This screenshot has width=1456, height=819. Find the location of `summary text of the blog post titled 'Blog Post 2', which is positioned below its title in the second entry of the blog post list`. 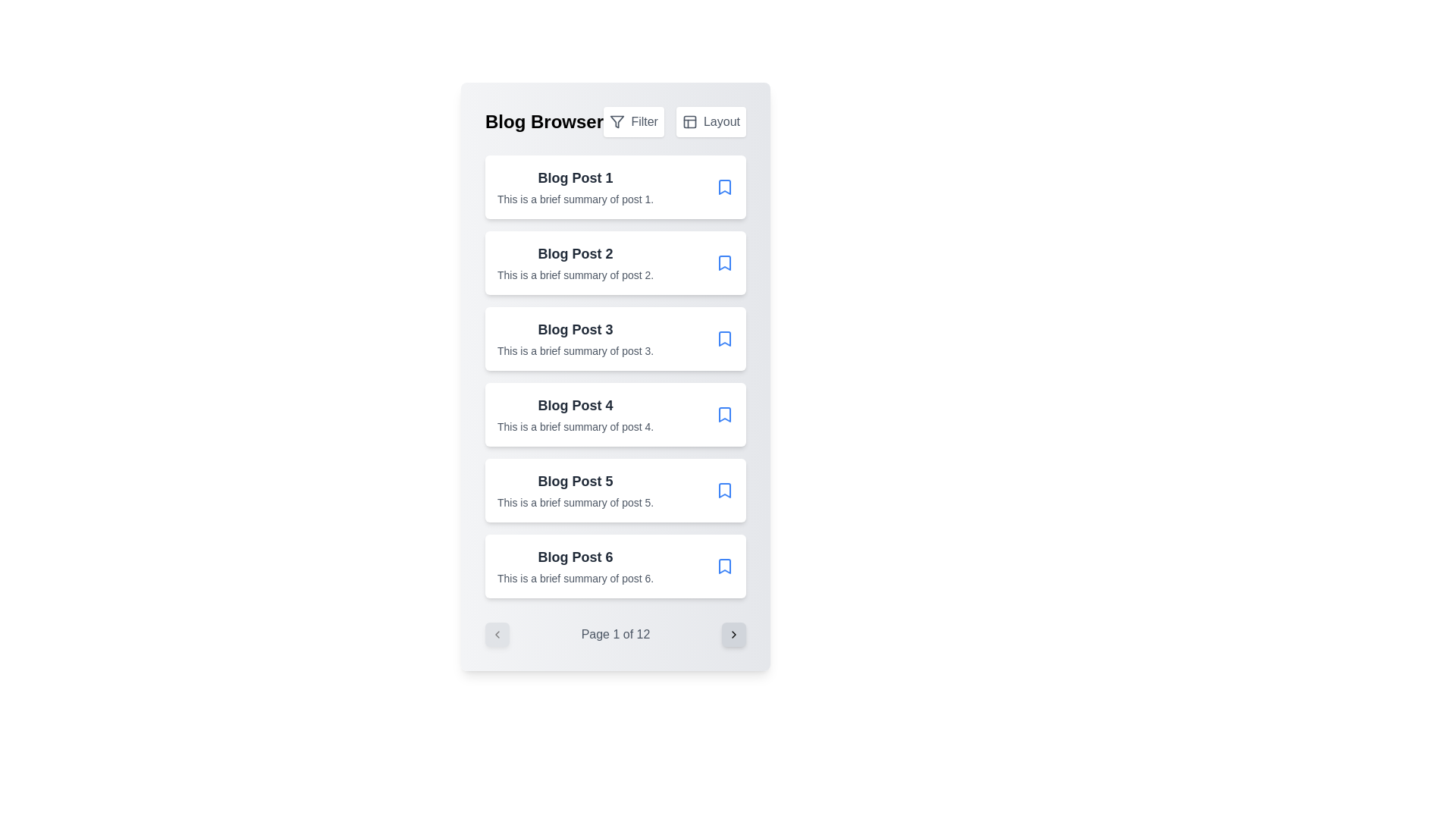

summary text of the blog post titled 'Blog Post 2', which is positioned below its title in the second entry of the blog post list is located at coordinates (575, 275).